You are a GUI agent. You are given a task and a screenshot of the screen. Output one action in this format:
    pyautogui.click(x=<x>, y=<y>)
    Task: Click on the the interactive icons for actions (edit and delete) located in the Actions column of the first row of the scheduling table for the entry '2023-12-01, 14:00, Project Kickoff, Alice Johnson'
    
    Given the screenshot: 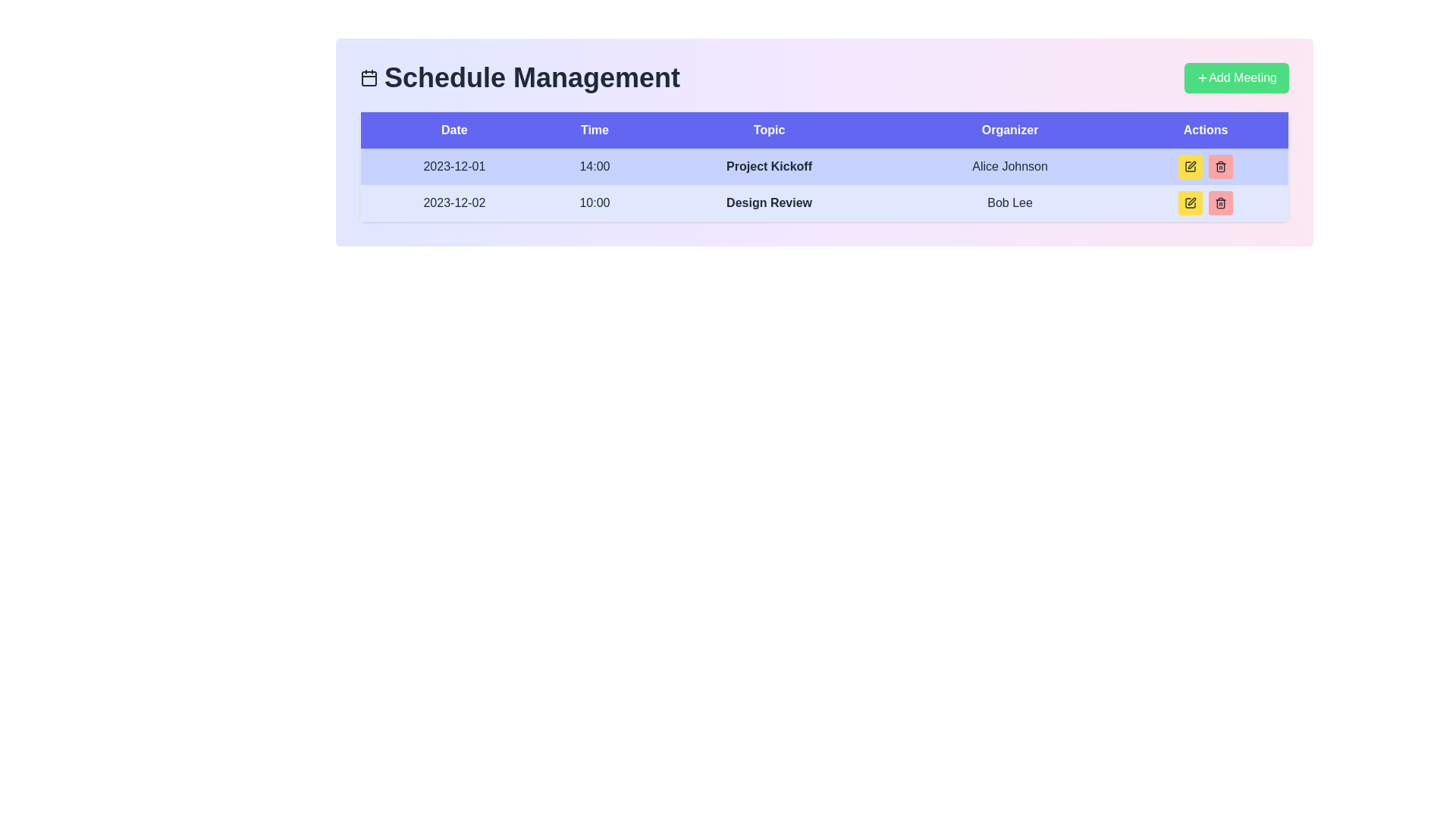 What is the action you would take?
    pyautogui.click(x=1204, y=166)
    